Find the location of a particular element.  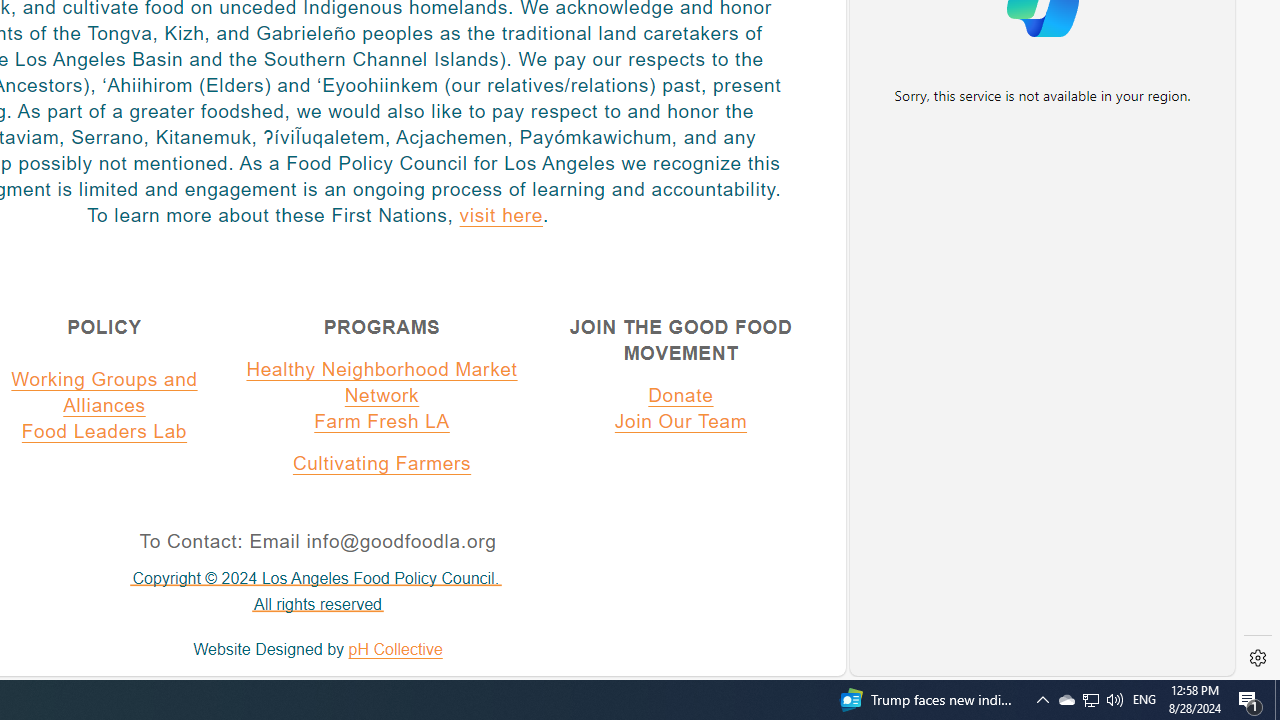

'Donate' is located at coordinates (680, 395).